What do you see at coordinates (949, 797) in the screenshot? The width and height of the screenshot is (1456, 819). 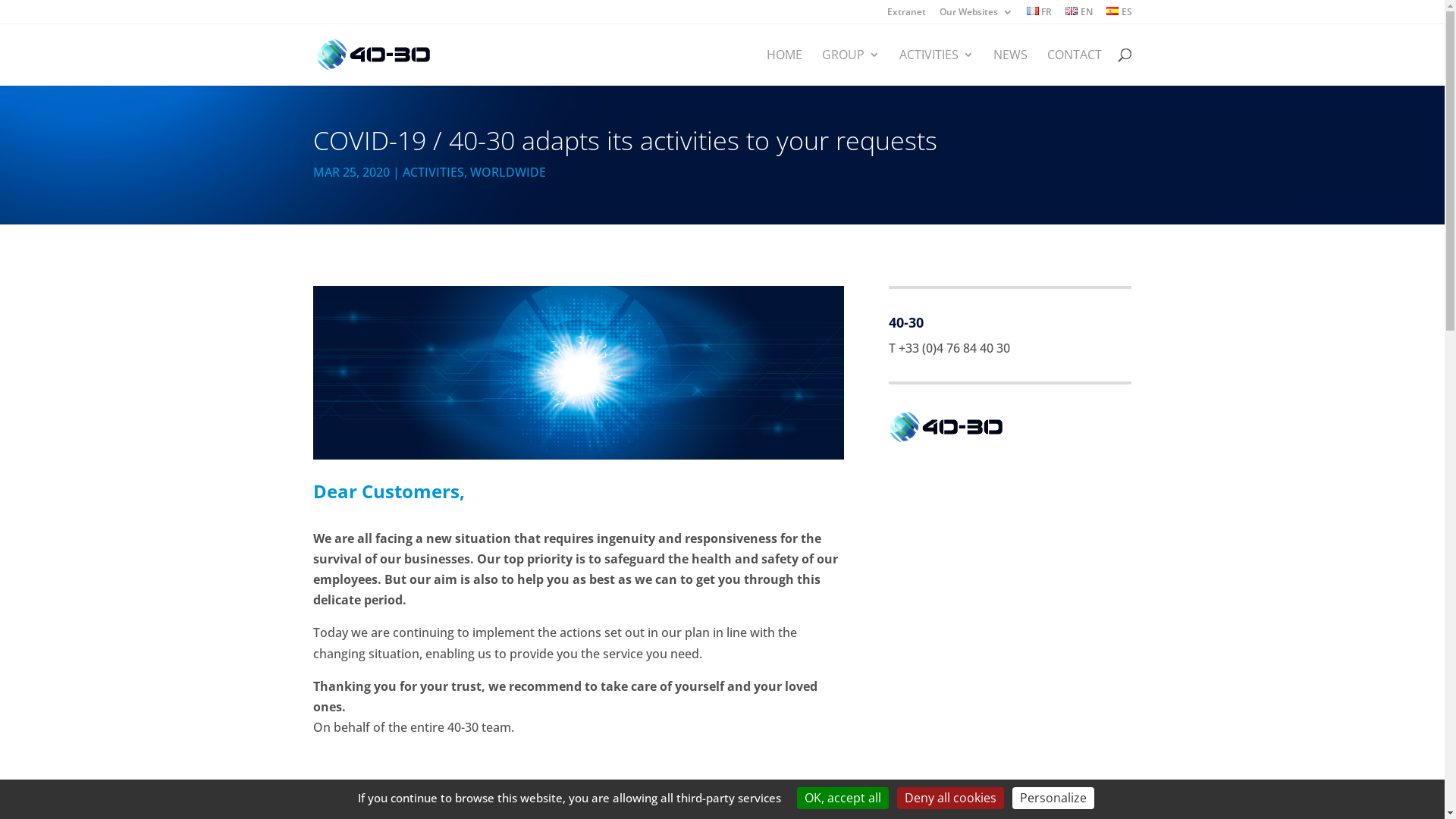 I see `'Deny all cookies'` at bounding box center [949, 797].